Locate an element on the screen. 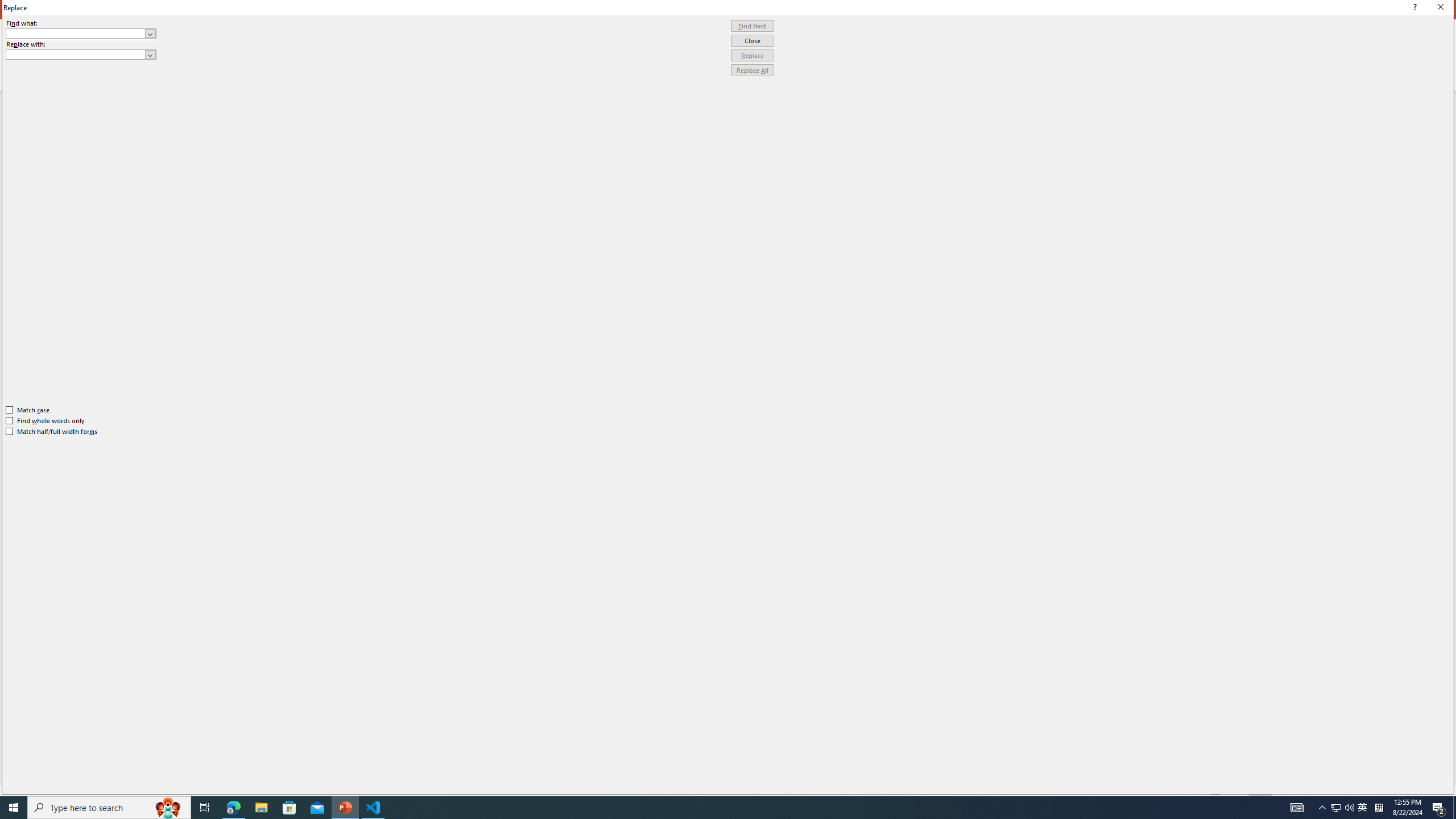 The image size is (1456, 819). 'Match case' is located at coordinates (27, 409).